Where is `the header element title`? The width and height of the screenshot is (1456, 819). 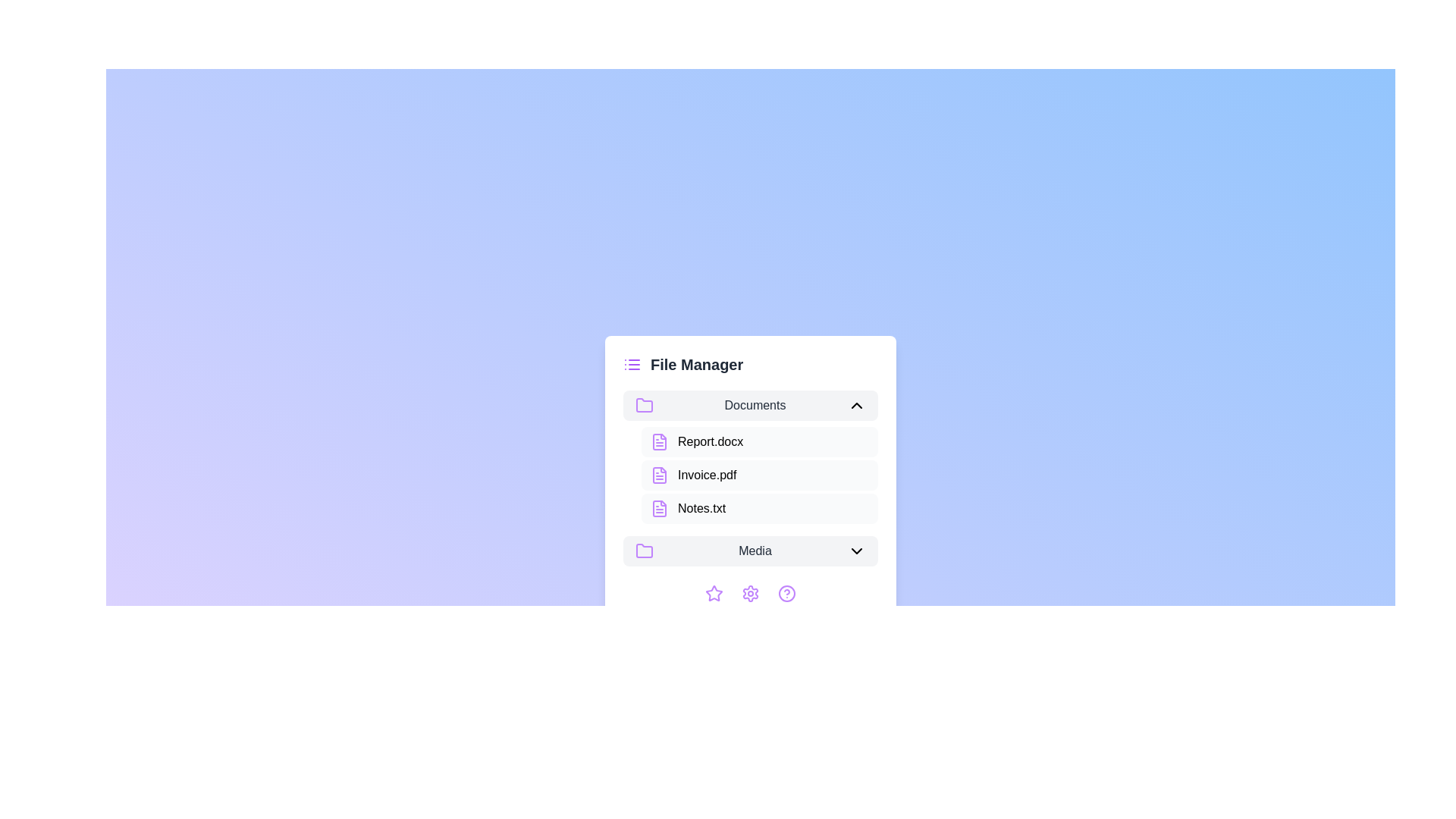 the header element title is located at coordinates (695, 365).